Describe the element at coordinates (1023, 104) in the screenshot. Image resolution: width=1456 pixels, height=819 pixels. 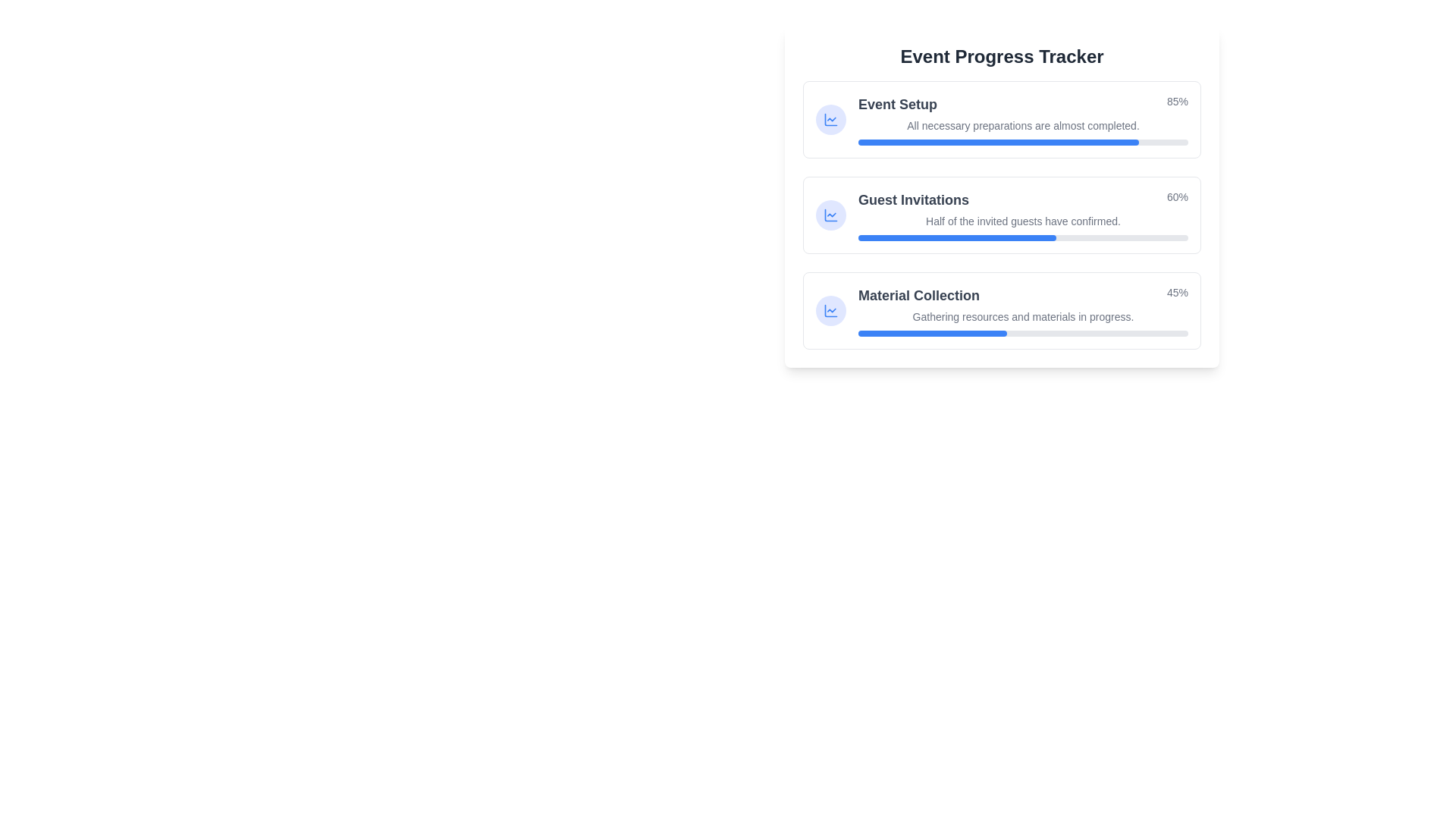
I see `the Progress indicator item labeled 'Event Setup' which shows '85%' aligned to the right, positioned at the top of the vertical stack under 'Event Progress Tracker'` at that location.